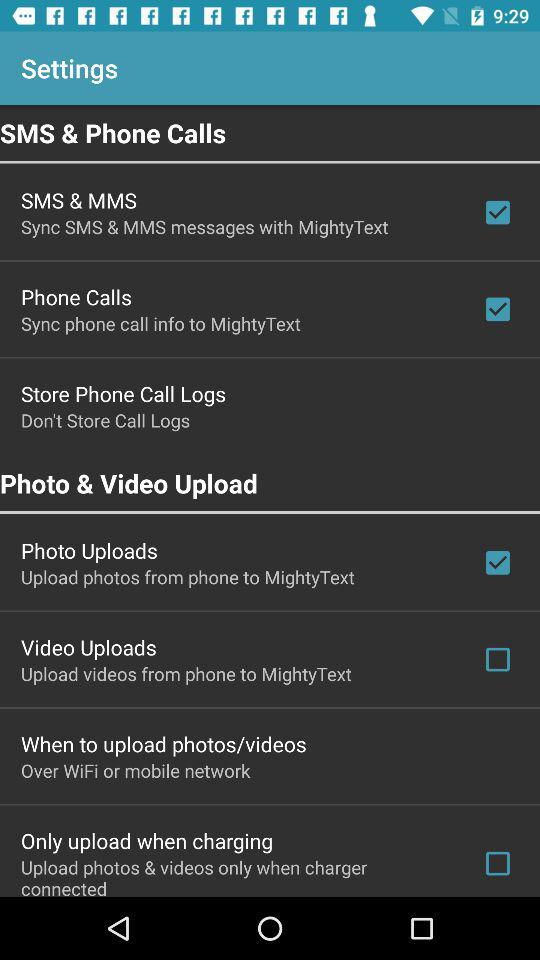  Describe the element at coordinates (87, 646) in the screenshot. I see `the video uploads item` at that location.